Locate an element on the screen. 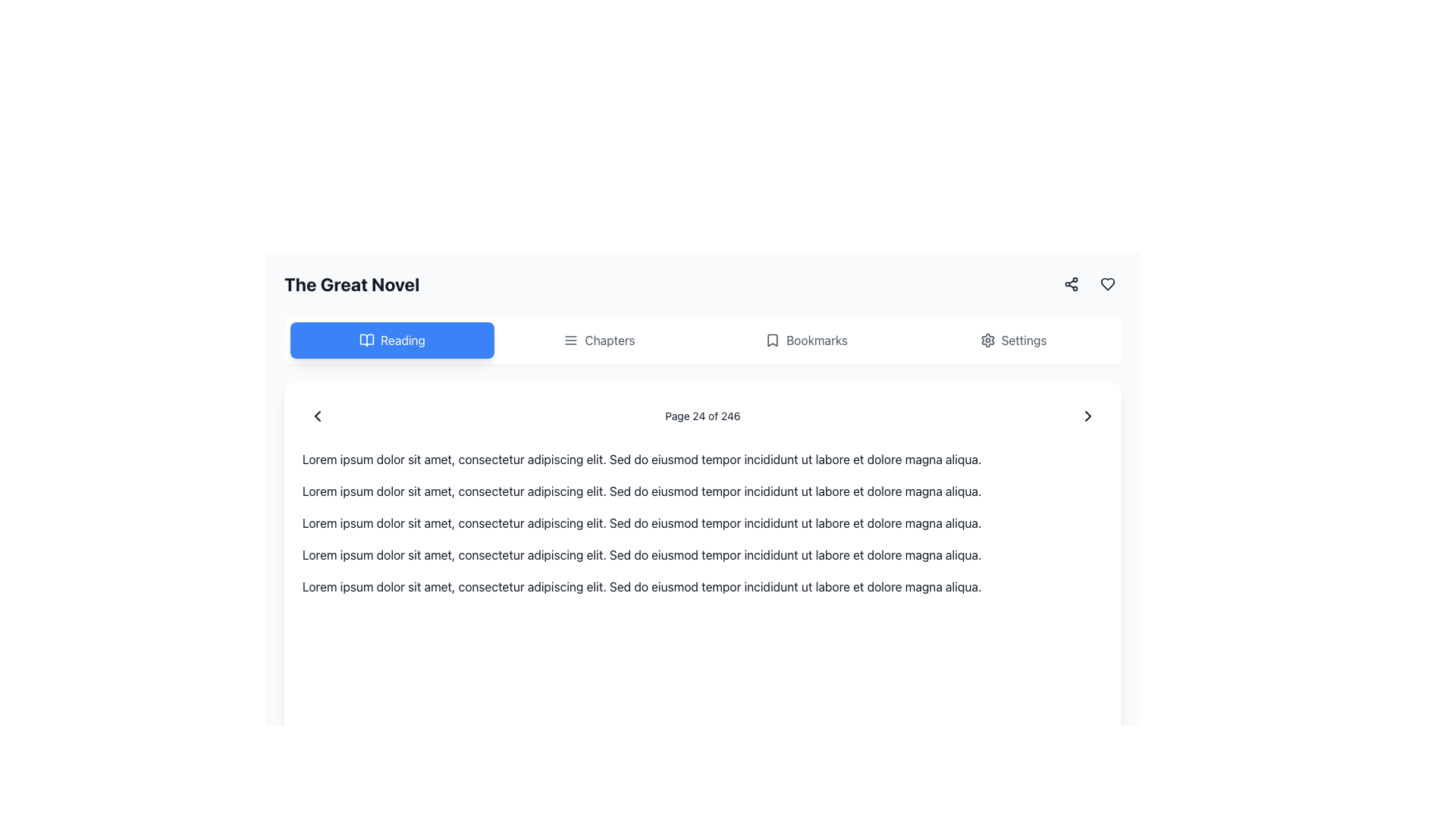  the 'Reading' text label, which is styled with white text on a blue background and located within a rounded rectangular button in the header area is located at coordinates (403, 339).